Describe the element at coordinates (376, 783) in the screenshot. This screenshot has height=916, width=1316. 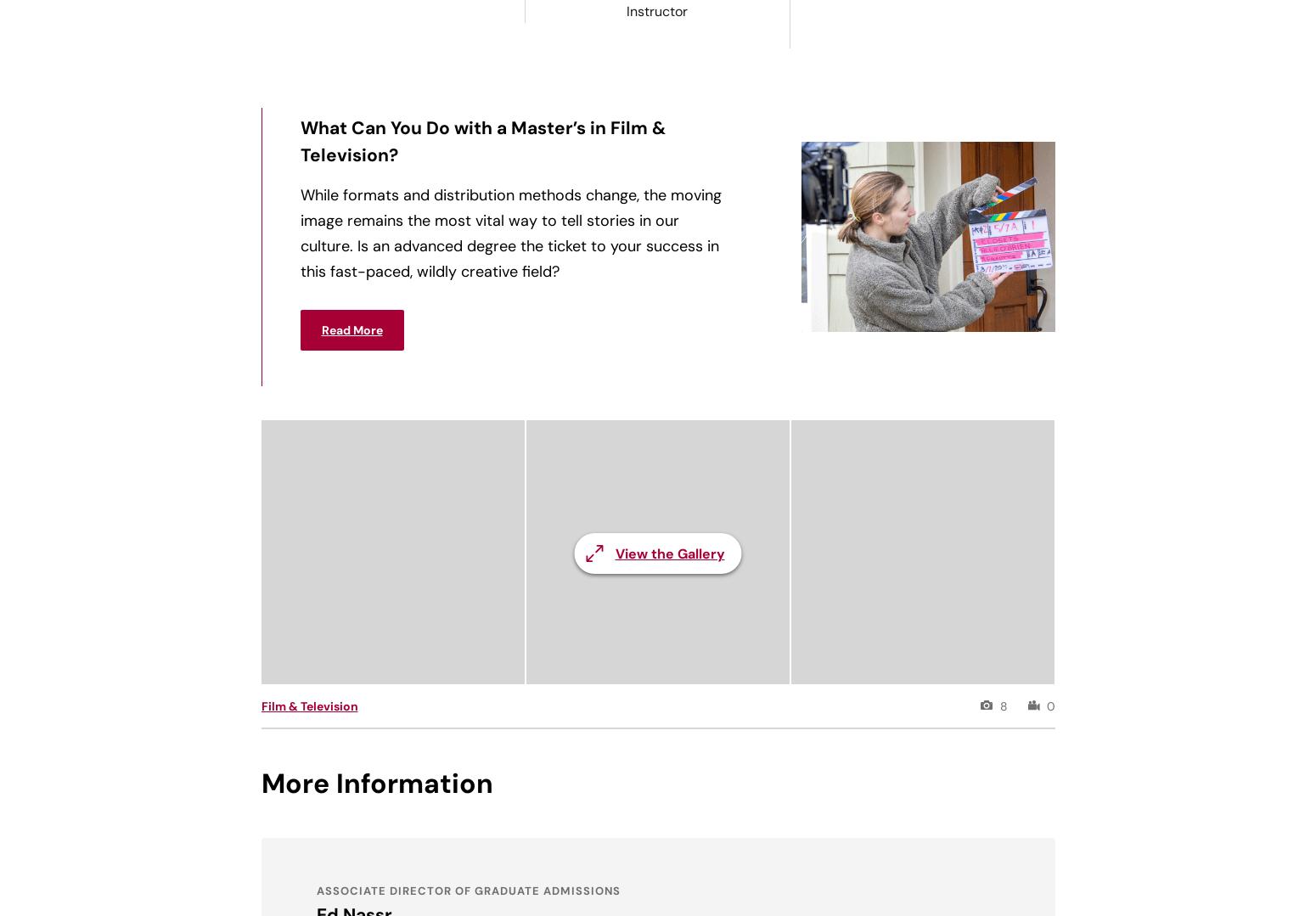
I see `'More Information'` at that location.